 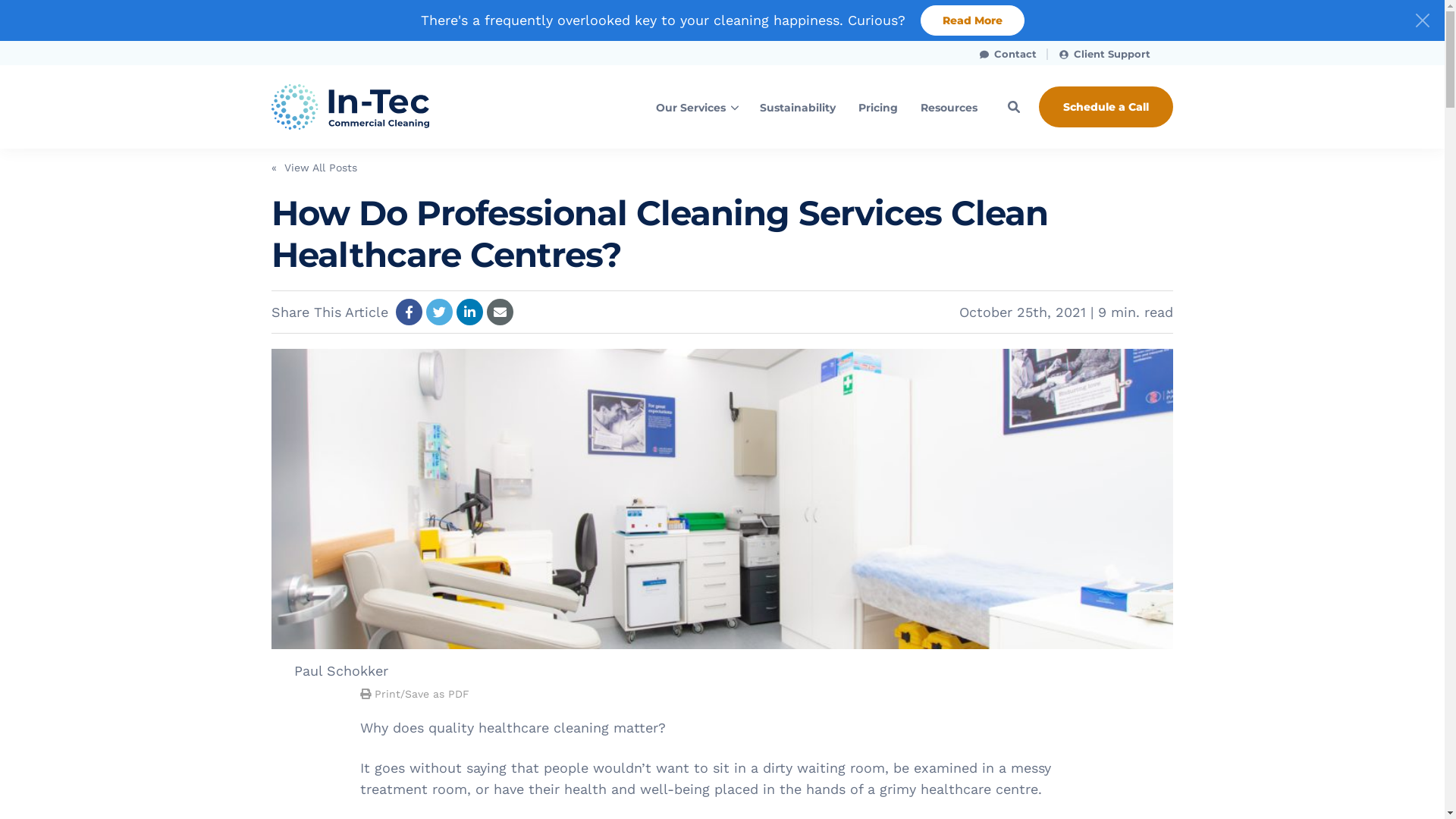 I want to click on 'In-Tec Commercial Cleaning', so click(x=374, y=106).